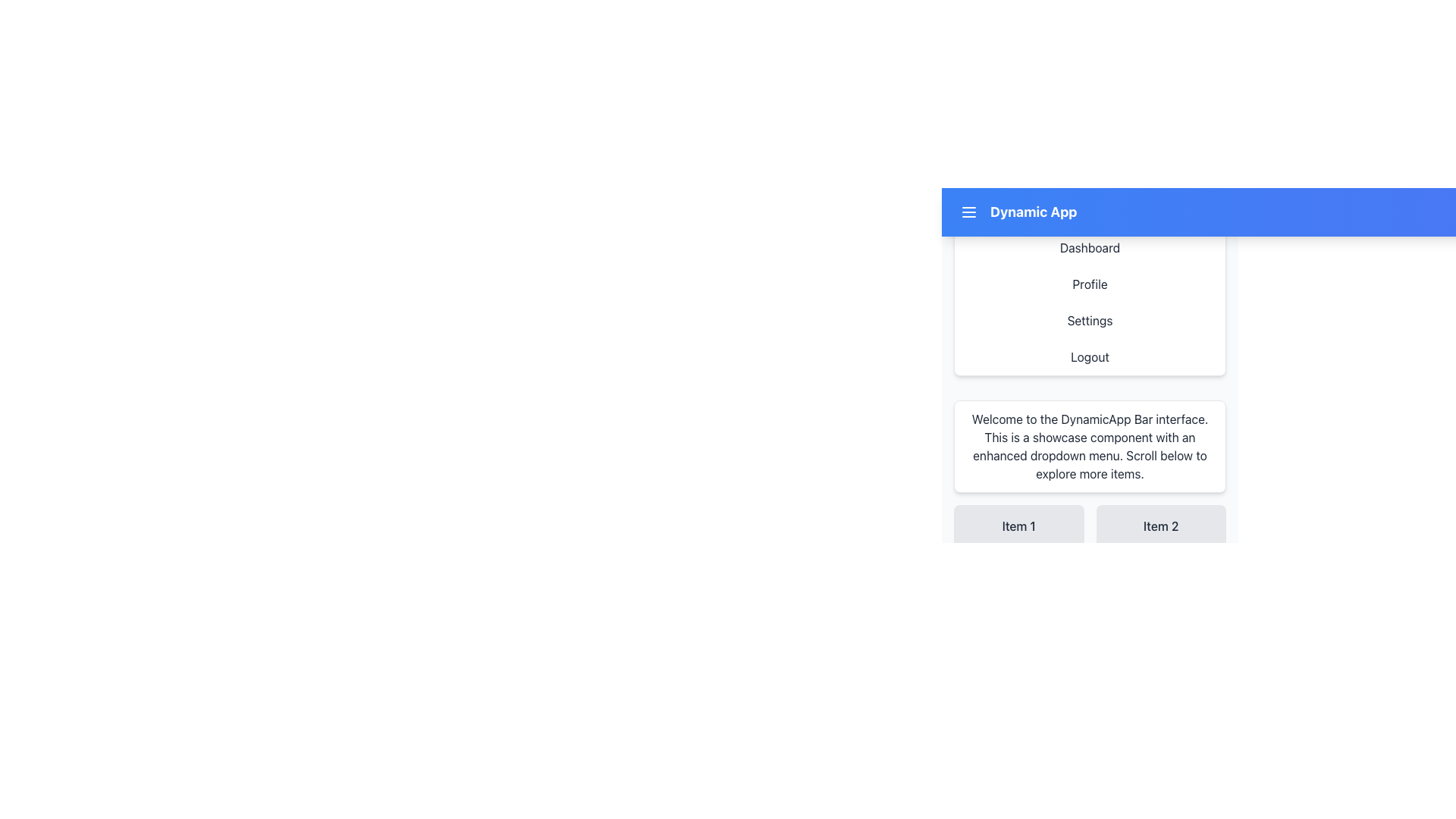 This screenshot has height=819, width=1456. I want to click on the header title text label at the top center of the interface, which provides branding and context for the application, so click(1015, 212).